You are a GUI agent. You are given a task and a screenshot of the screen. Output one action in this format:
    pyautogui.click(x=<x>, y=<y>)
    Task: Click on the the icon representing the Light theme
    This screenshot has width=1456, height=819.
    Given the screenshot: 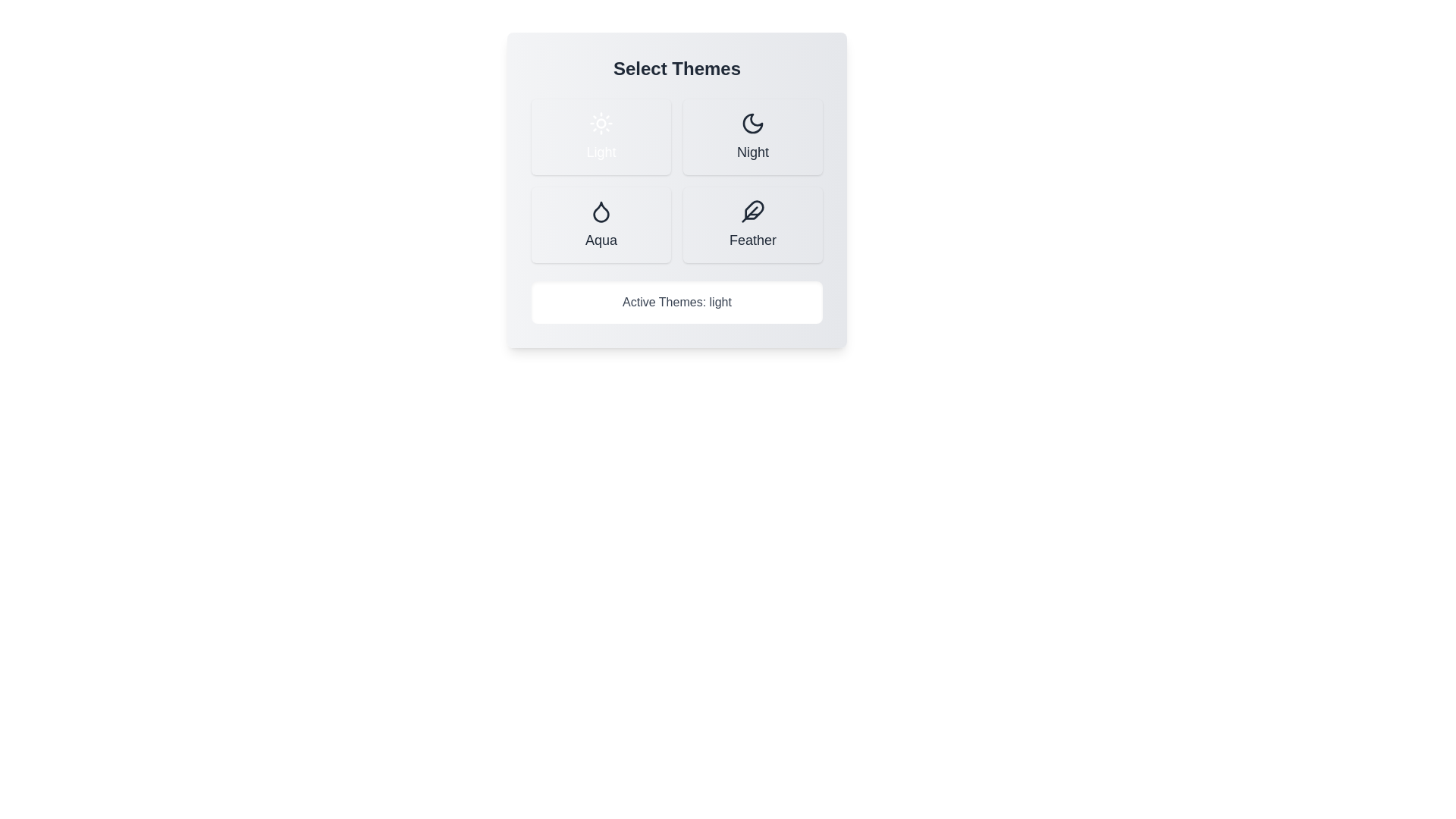 What is the action you would take?
    pyautogui.click(x=600, y=122)
    